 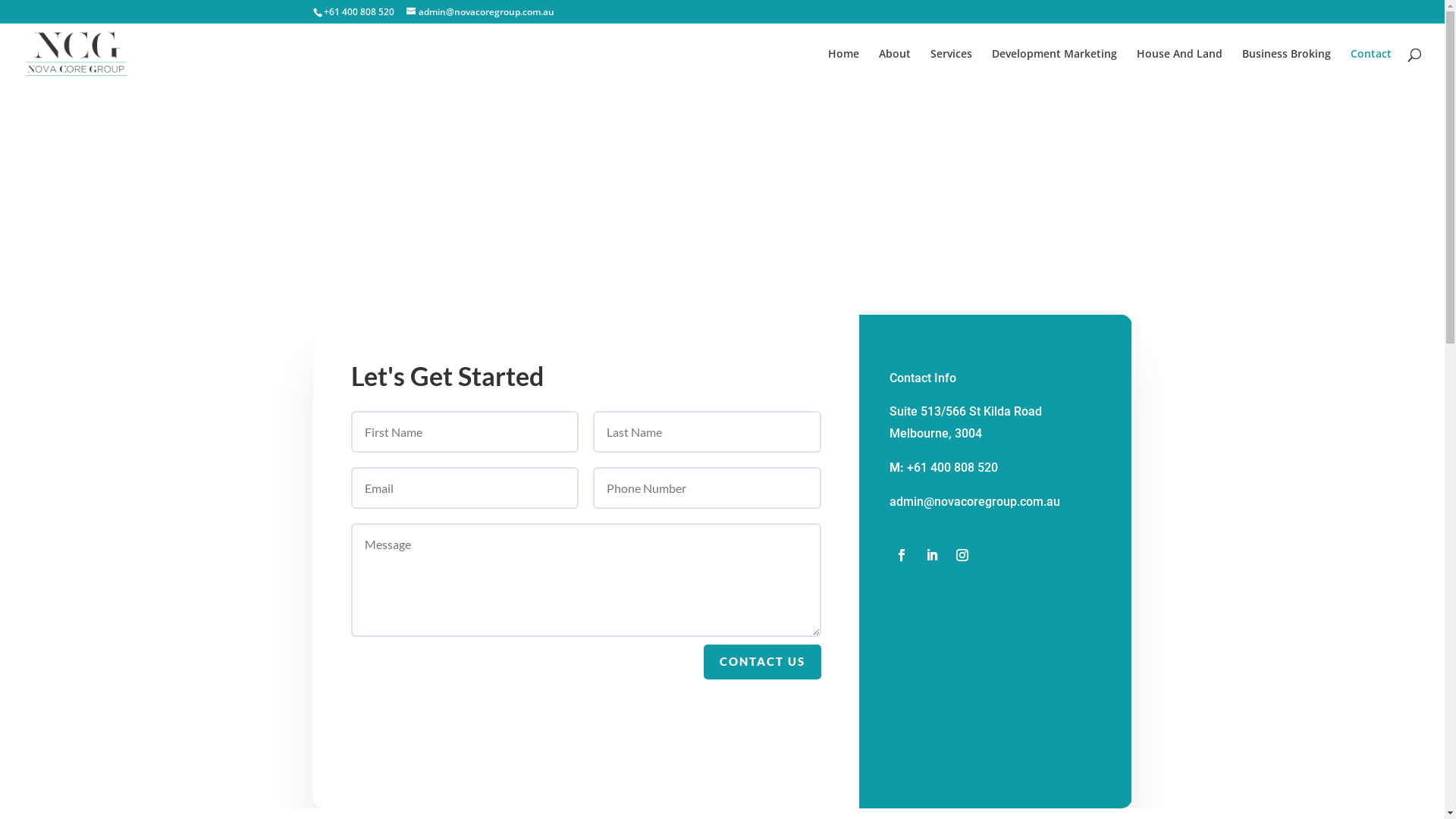 What do you see at coordinates (1136, 65) in the screenshot?
I see `'House And Land'` at bounding box center [1136, 65].